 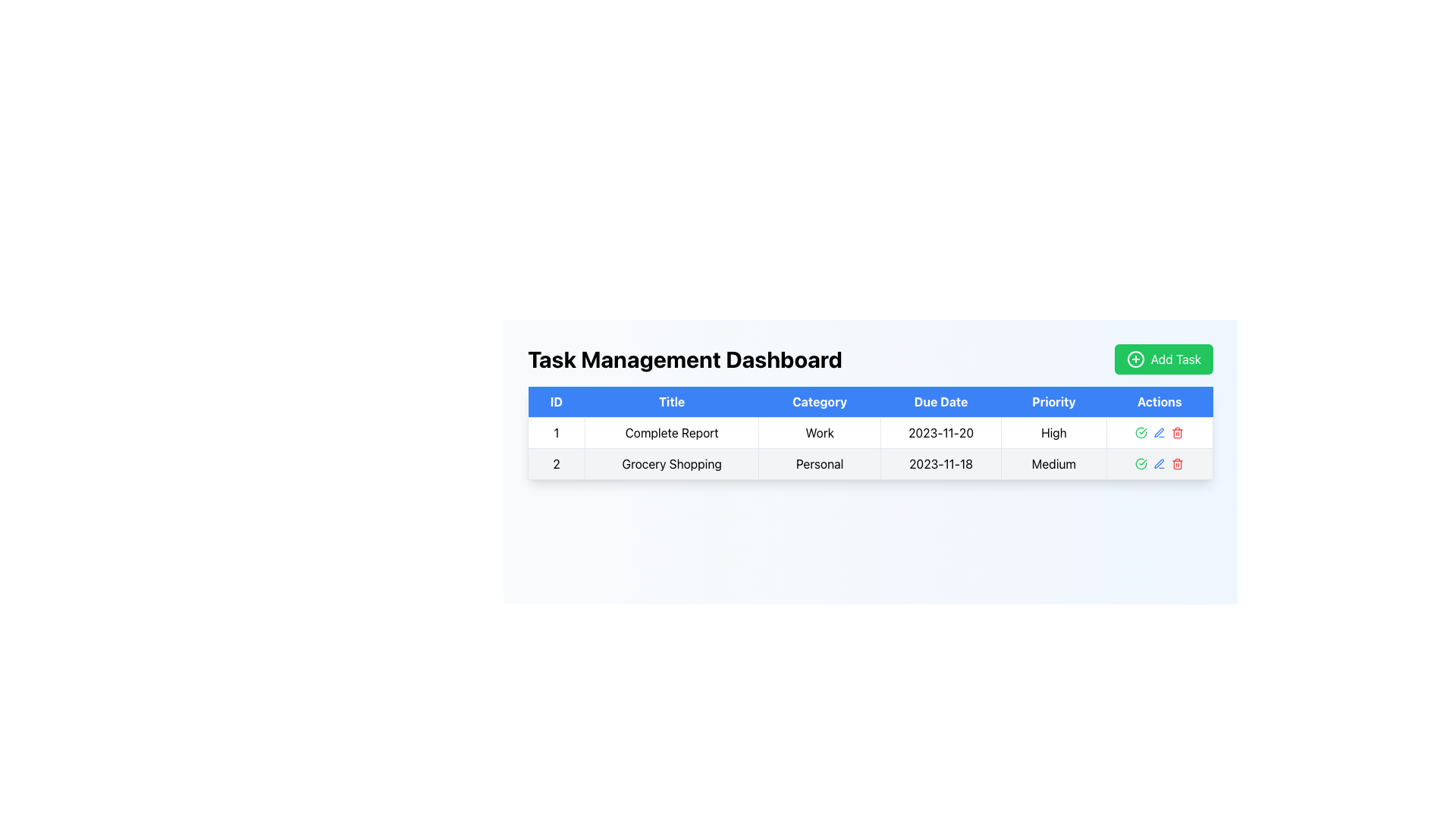 What do you see at coordinates (1159, 432) in the screenshot?
I see `the edit icon located in the 'Actions' column of the first row in the table, positioned between a green checkmark icon on the left and a red trash bin icon on the right` at bounding box center [1159, 432].